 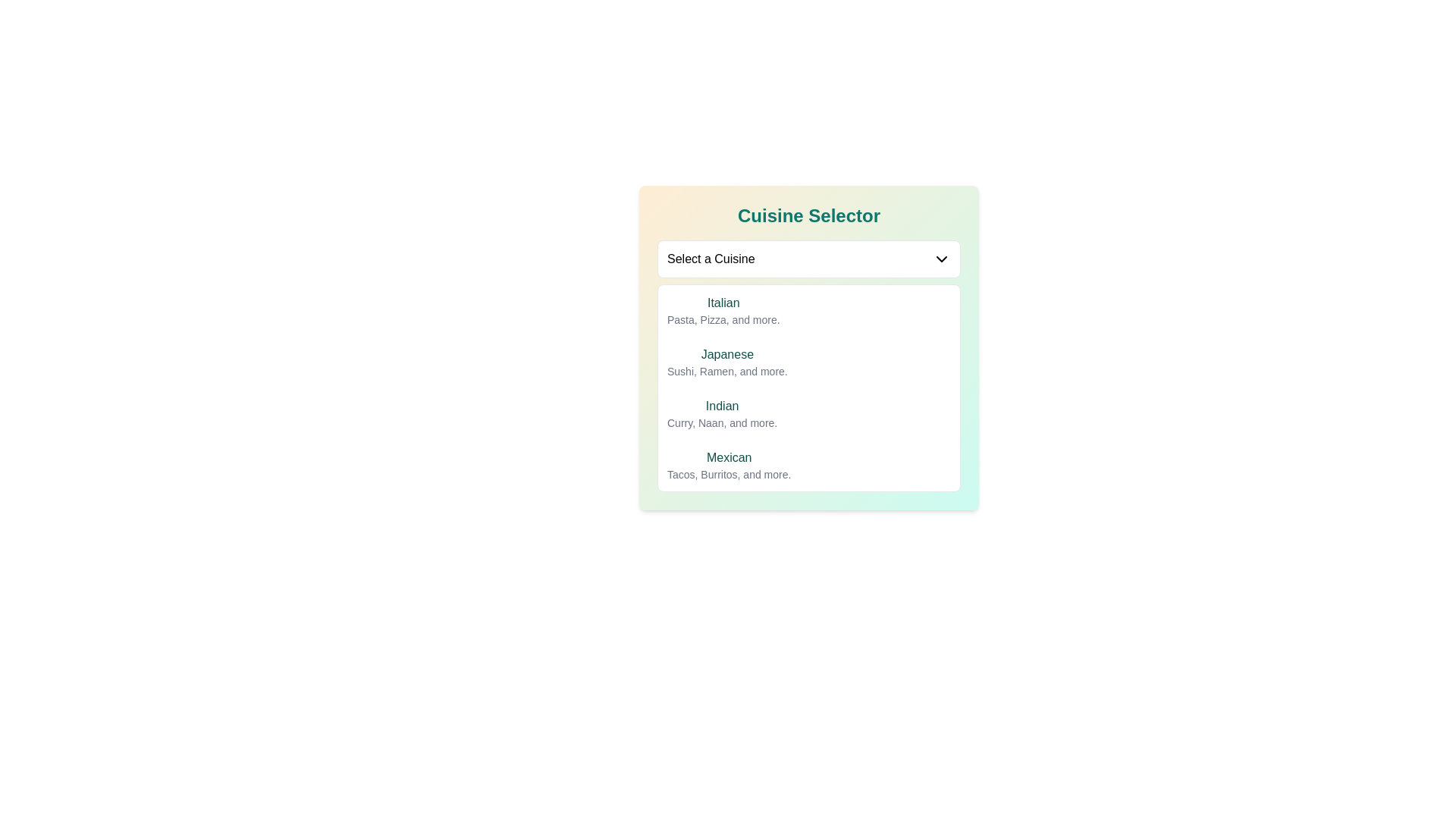 What do you see at coordinates (726, 362) in the screenshot?
I see `the 'Japanese' option in the 'Cuisine Selector' dropdown menu` at bounding box center [726, 362].